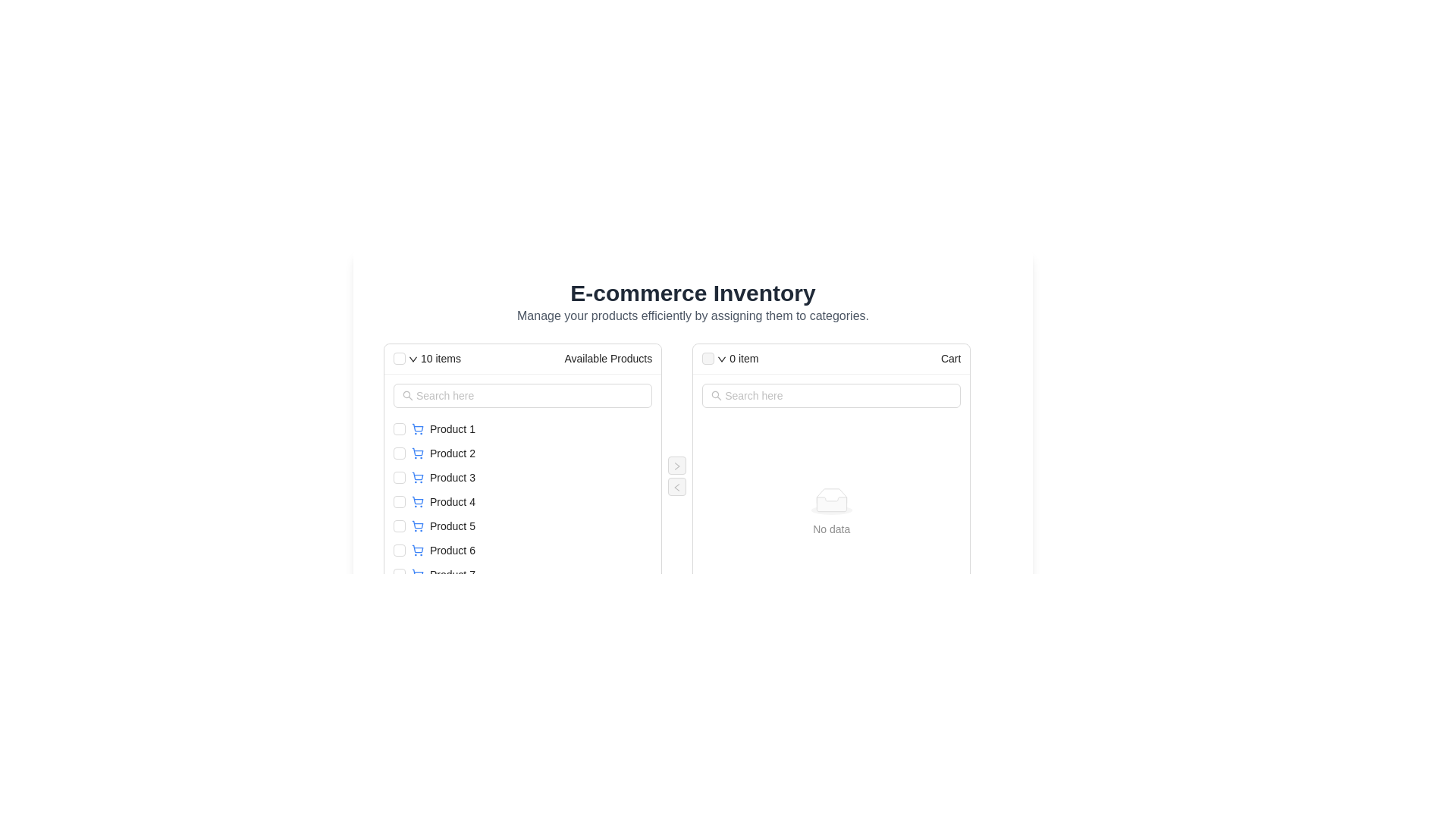 The height and width of the screenshot is (819, 1456). Describe the element at coordinates (522, 452) in the screenshot. I see `the checkbox in the second row of the 'Available Products' list` at that location.